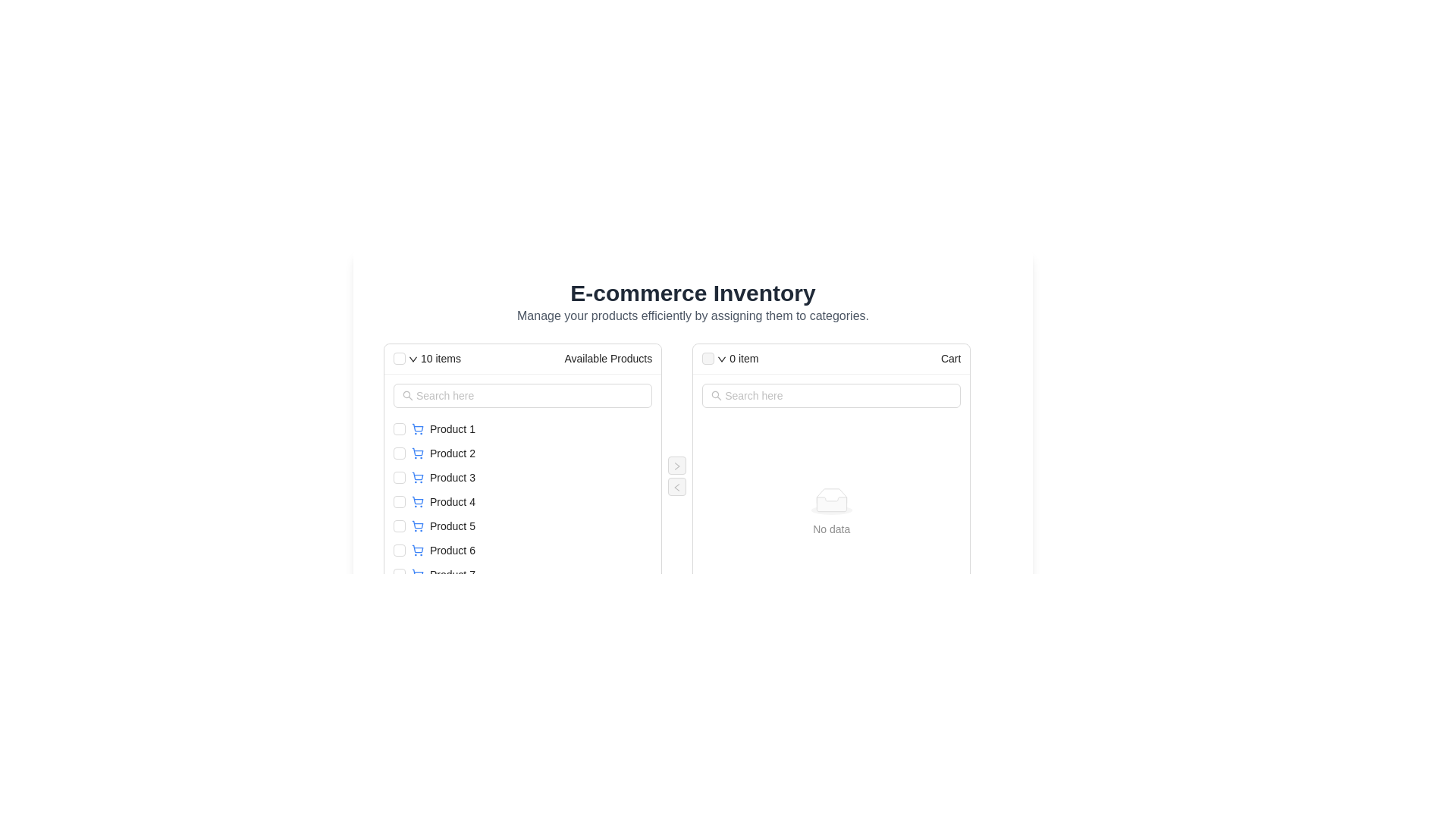 The height and width of the screenshot is (819, 1456). Describe the element at coordinates (522, 452) in the screenshot. I see `the checkbox in the second row of the 'Available Products' list` at that location.